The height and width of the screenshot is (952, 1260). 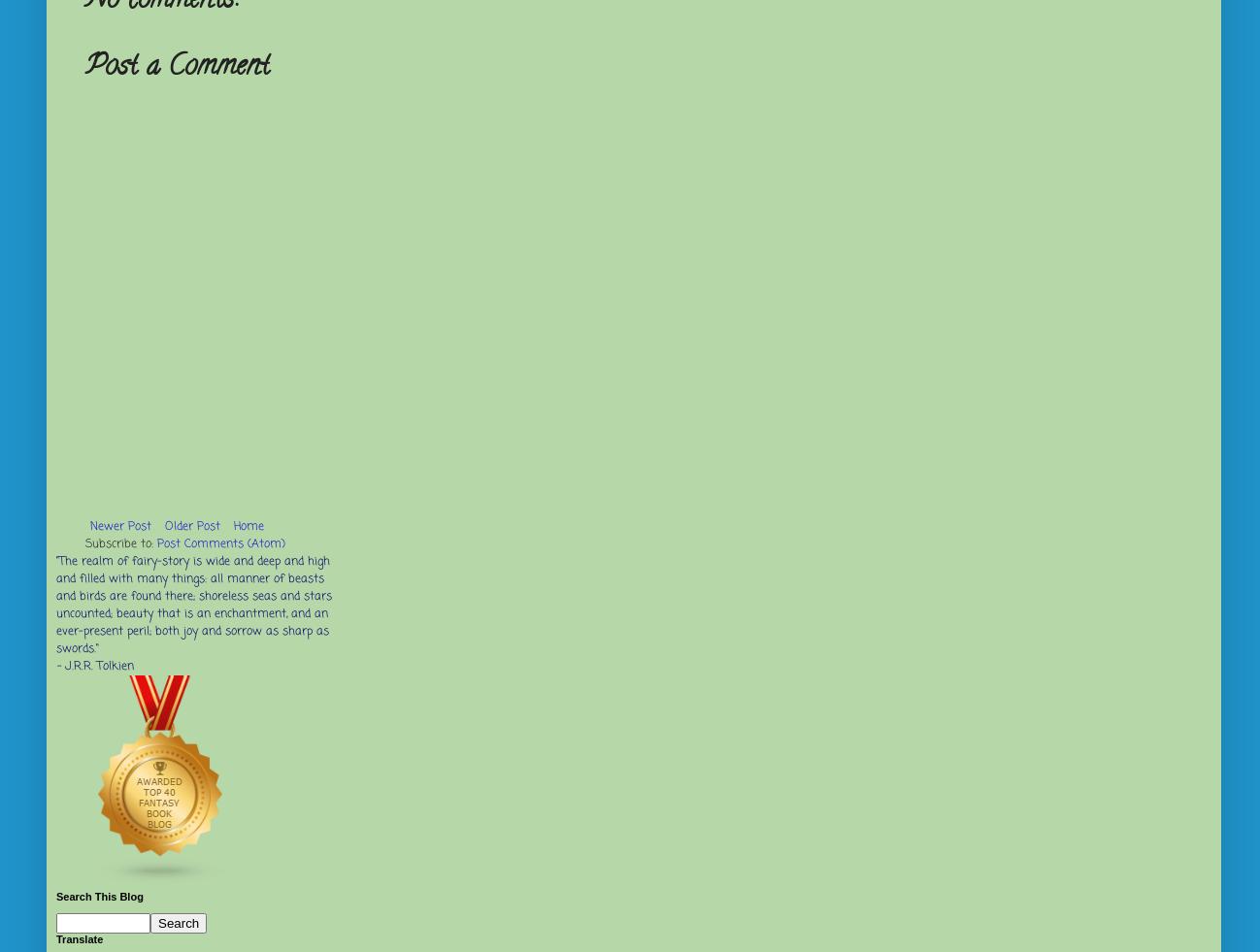 What do you see at coordinates (55, 938) in the screenshot?
I see `'Translate'` at bounding box center [55, 938].